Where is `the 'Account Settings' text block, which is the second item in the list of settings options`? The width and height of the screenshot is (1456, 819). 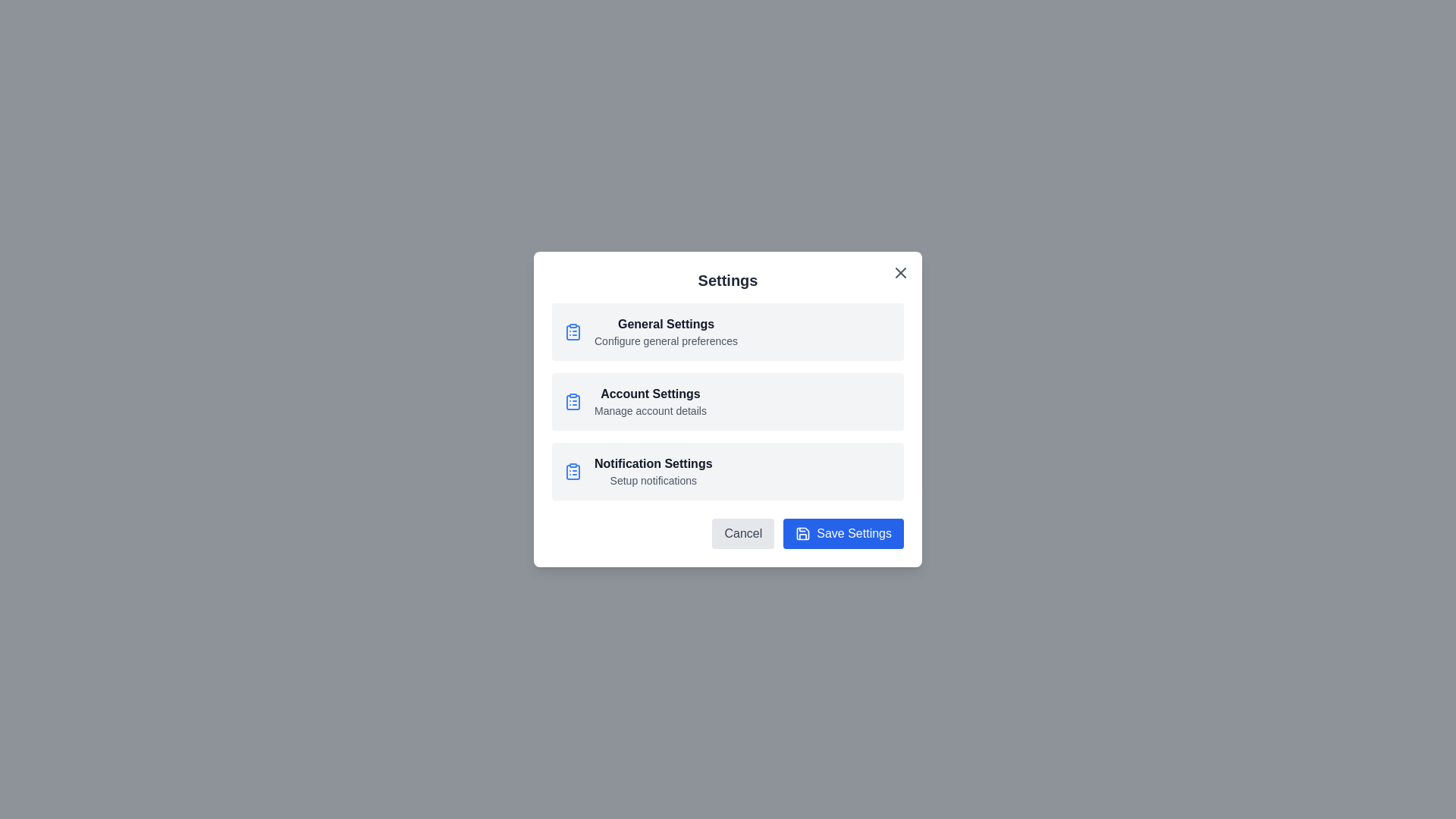 the 'Account Settings' text block, which is the second item in the list of settings options is located at coordinates (650, 400).